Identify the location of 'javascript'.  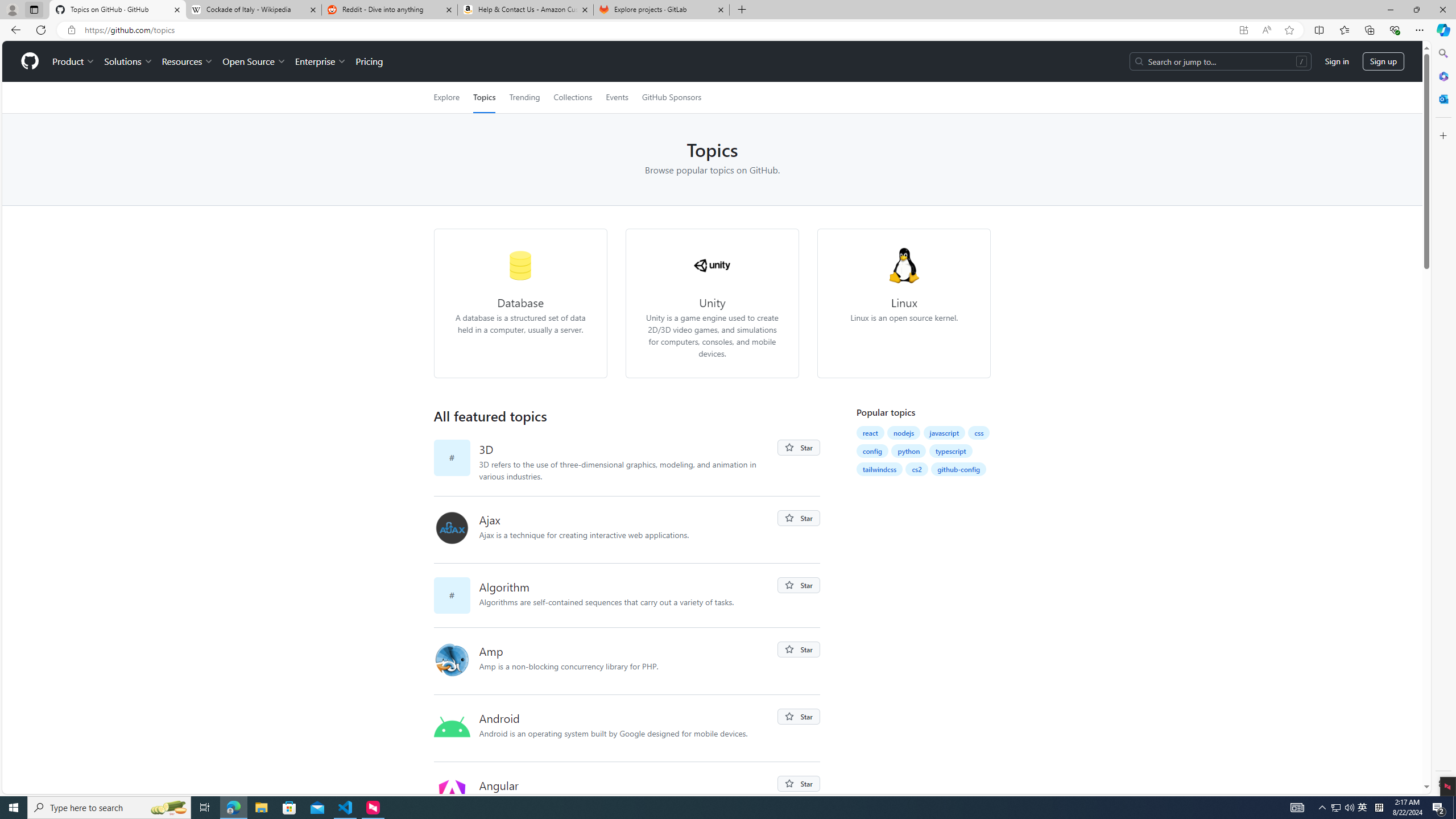
(944, 433).